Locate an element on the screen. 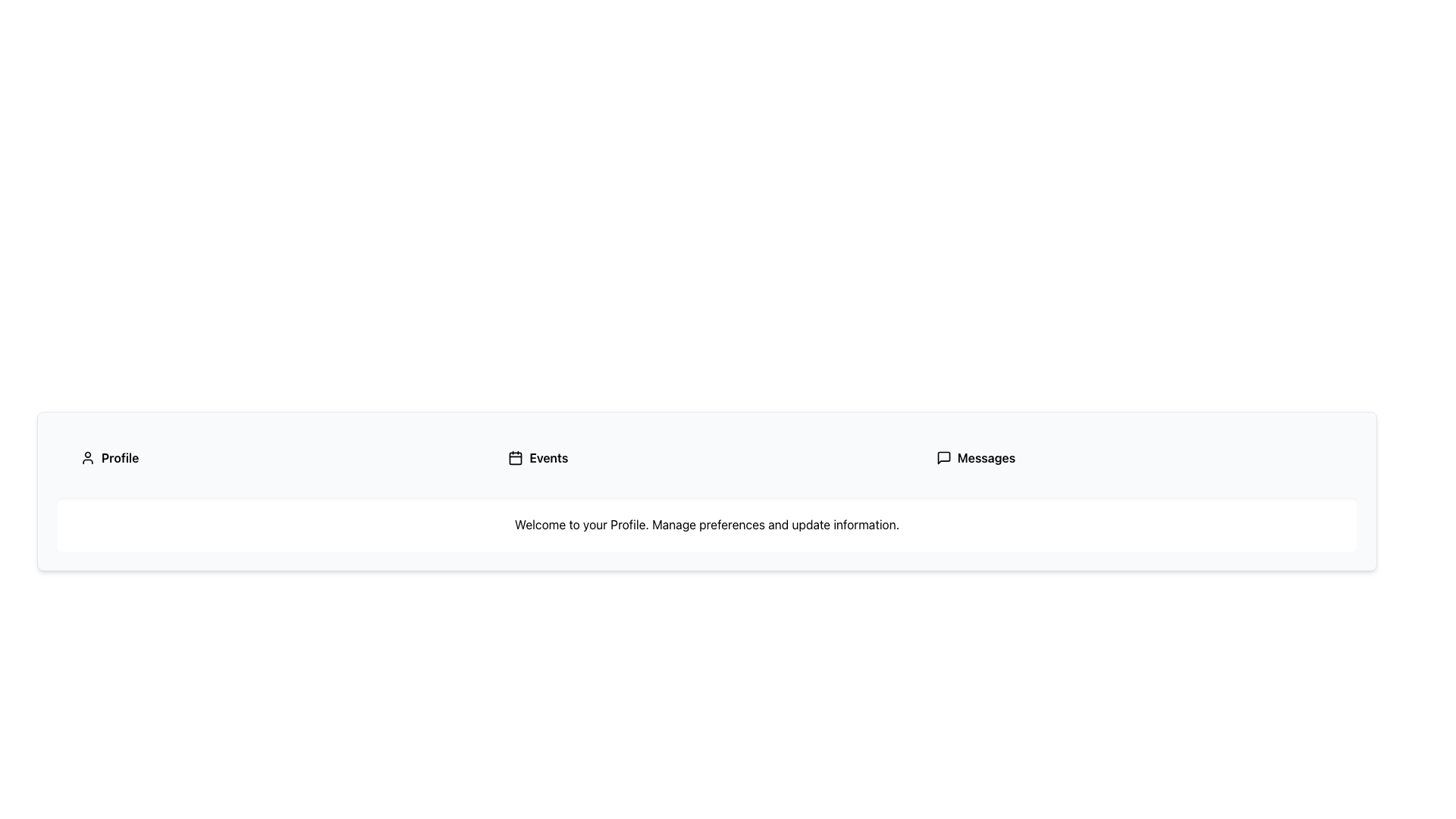 The height and width of the screenshot is (819, 1456). the 'Profile' button, which is the first button in a horizontal row of three buttons labeled 'Profile', 'Events', and 'Messages' is located at coordinates (279, 457).